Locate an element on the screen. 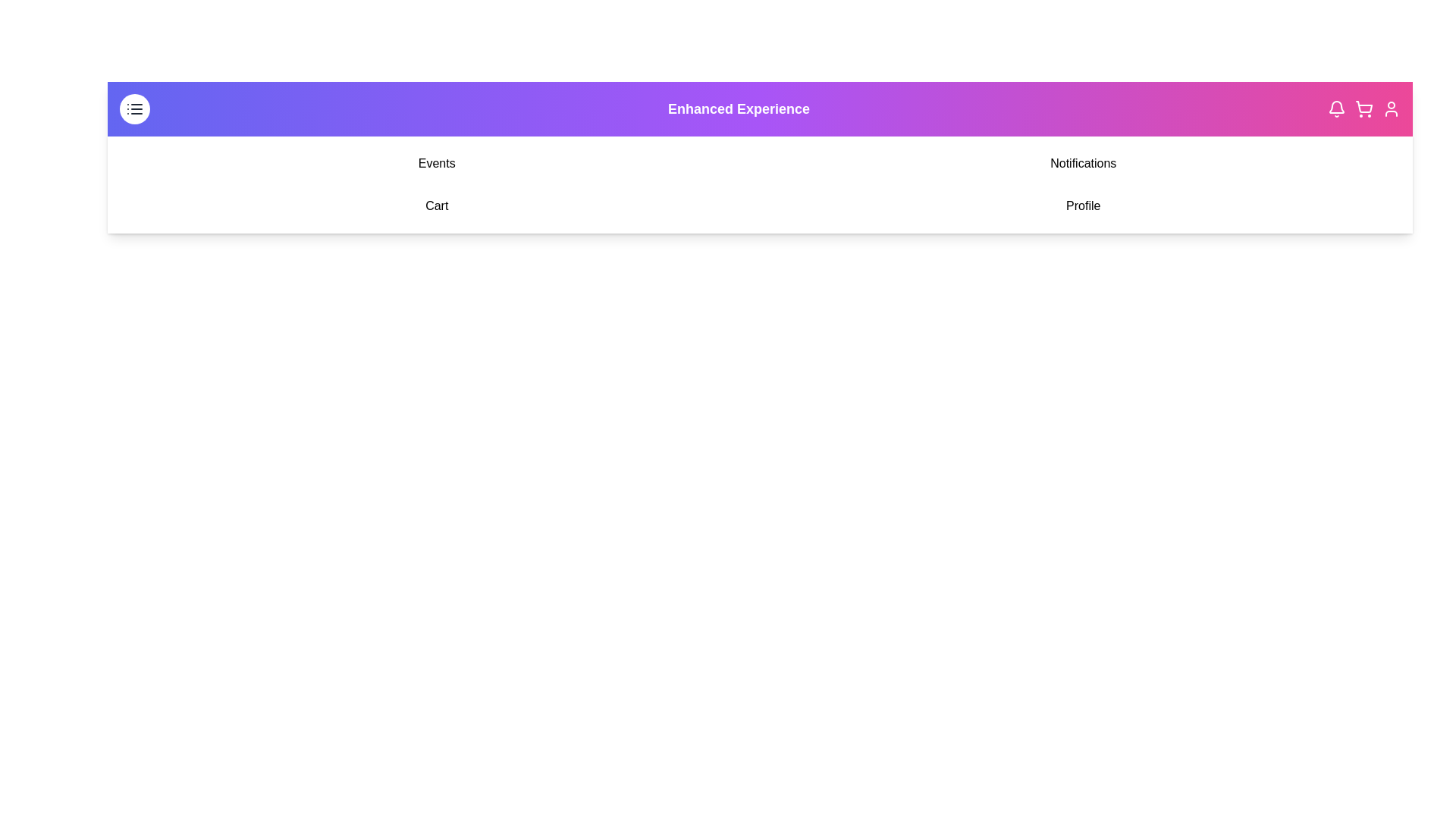 This screenshot has height=819, width=1456. the cart icon to trigger its action is located at coordinates (1364, 108).